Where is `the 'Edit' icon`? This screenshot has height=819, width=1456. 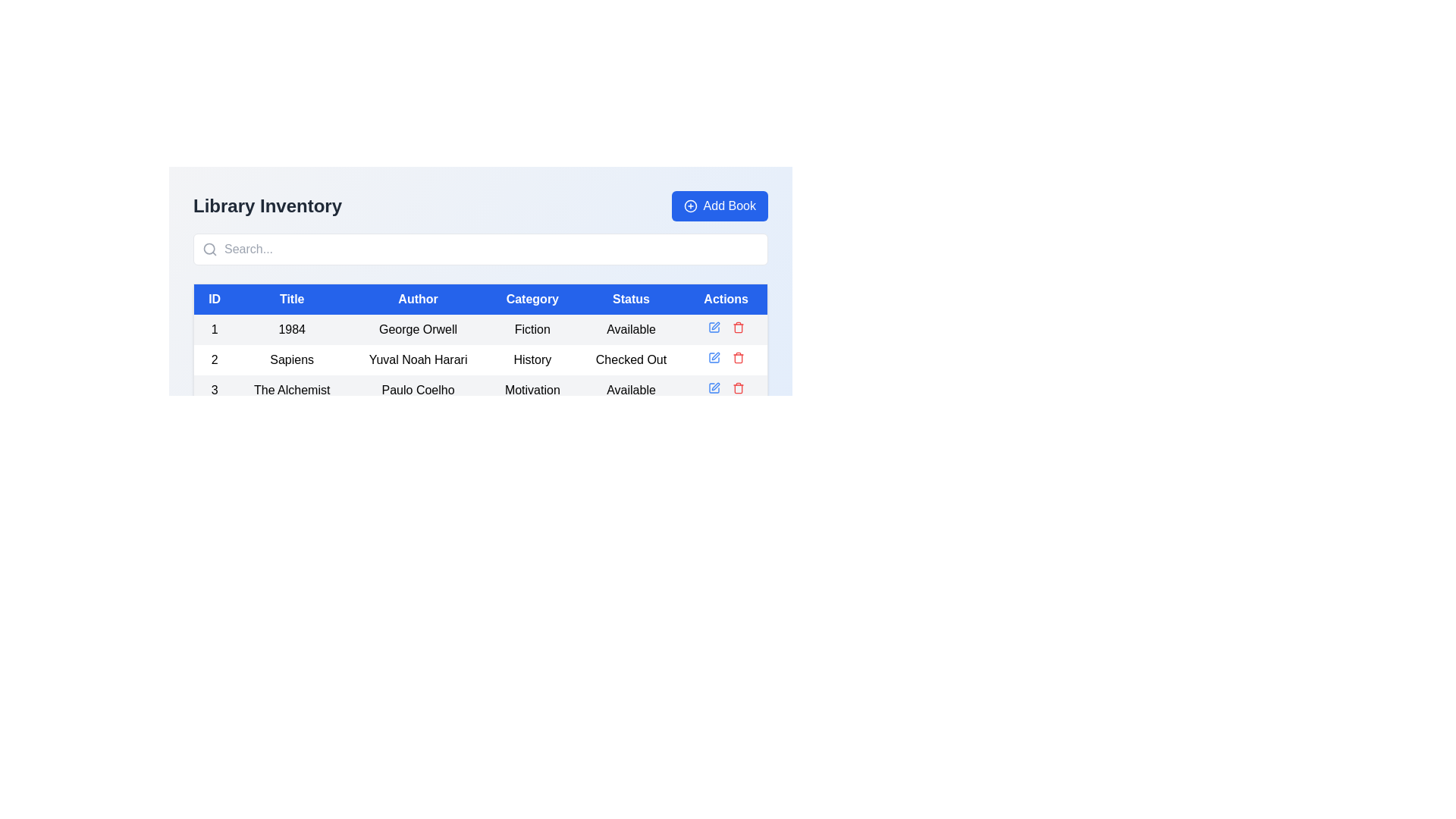 the 'Edit' icon is located at coordinates (713, 327).